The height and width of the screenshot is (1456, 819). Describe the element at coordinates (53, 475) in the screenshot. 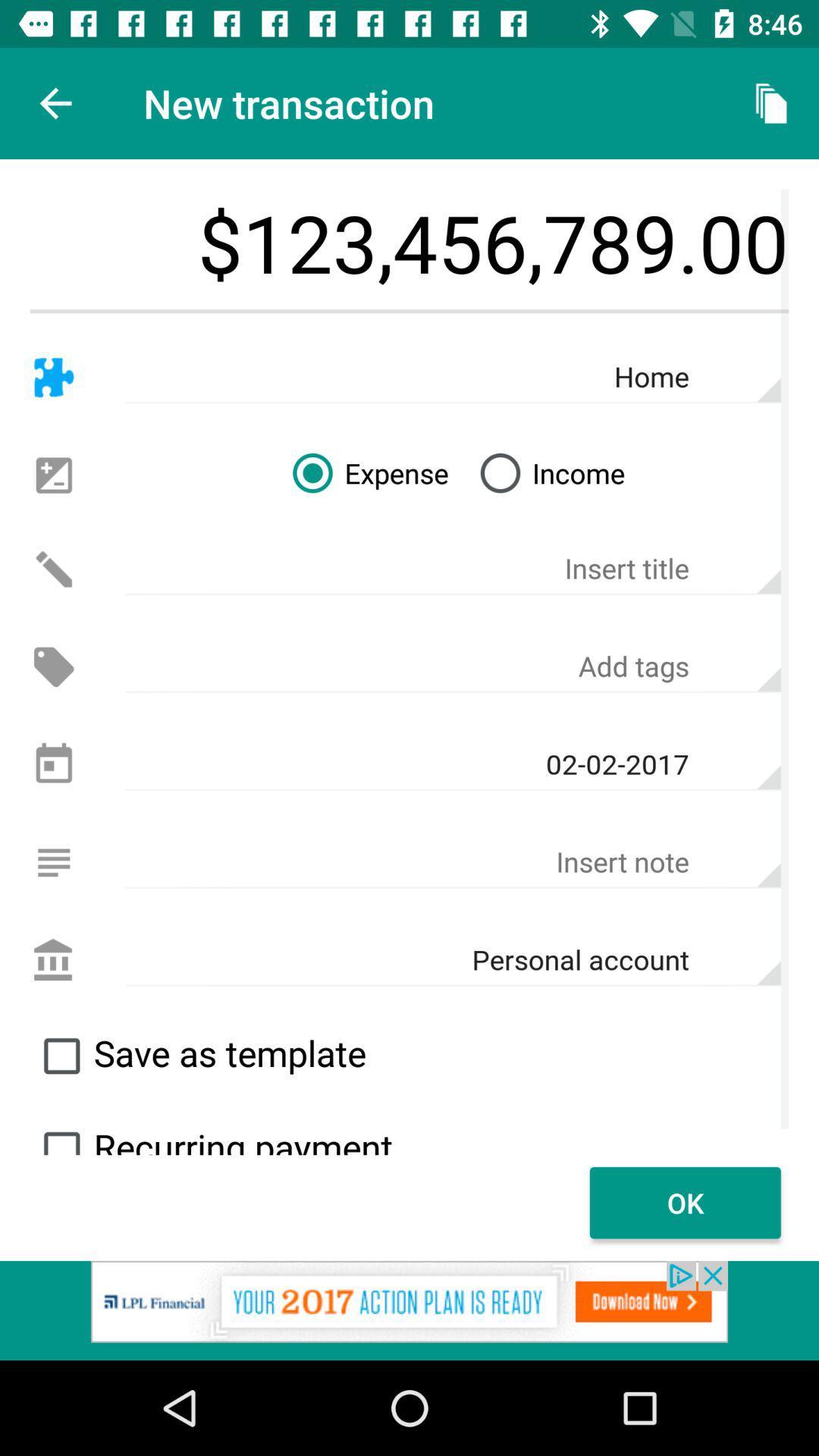

I see `increase decrease option` at that location.